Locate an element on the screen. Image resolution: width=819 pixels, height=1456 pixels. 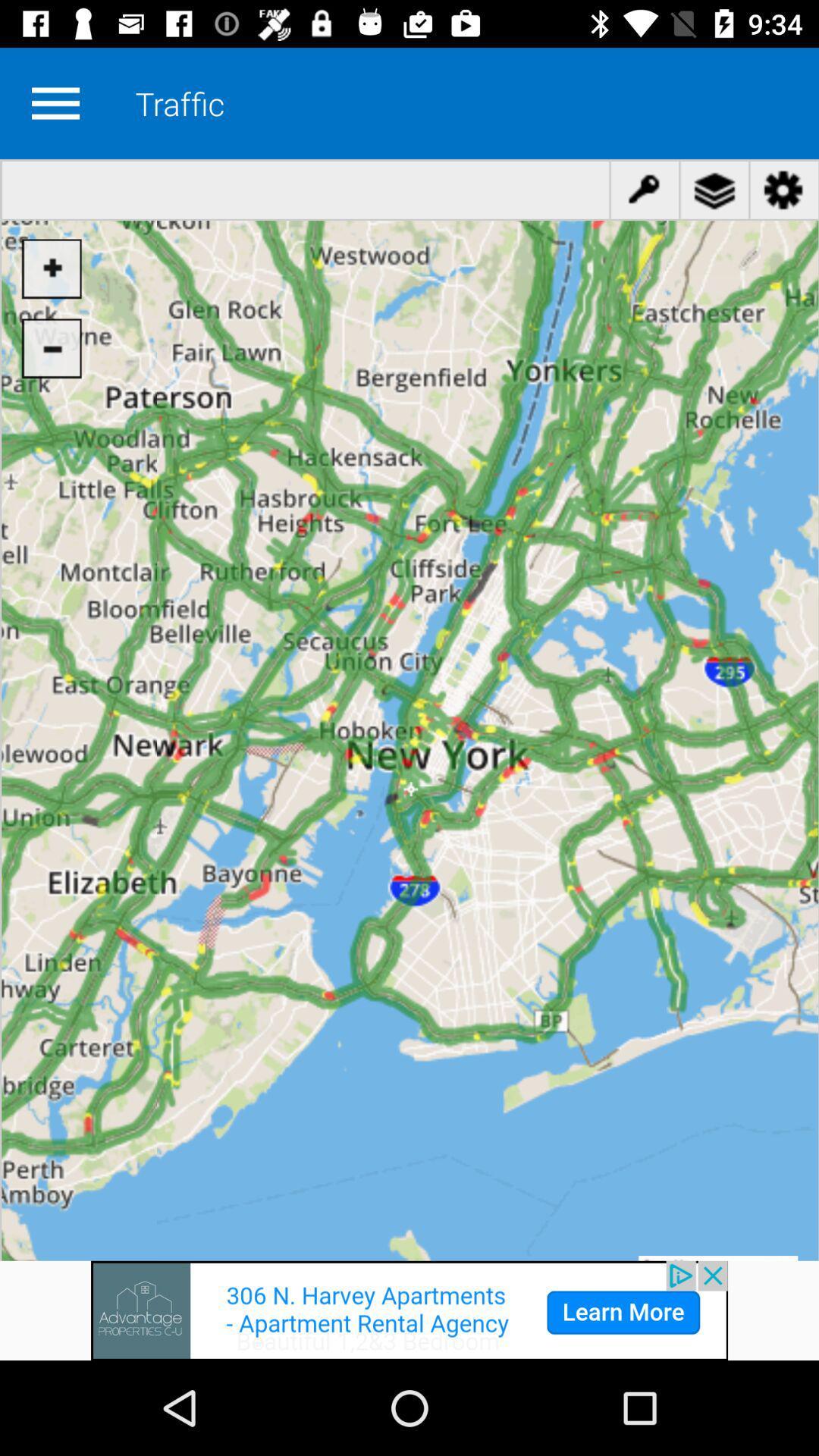
menu is located at coordinates (55, 102).